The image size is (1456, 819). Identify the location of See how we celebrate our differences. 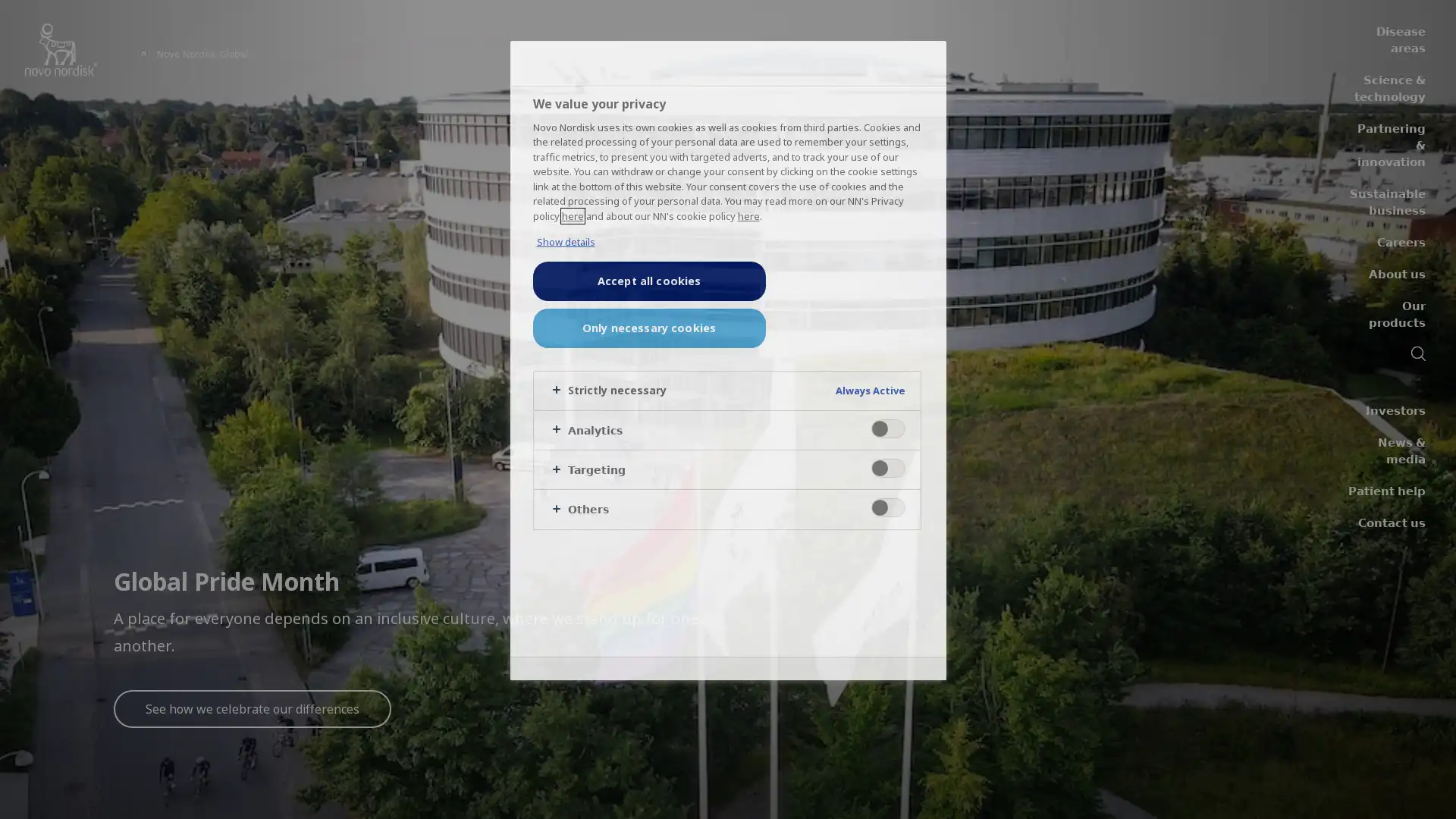
(252, 708).